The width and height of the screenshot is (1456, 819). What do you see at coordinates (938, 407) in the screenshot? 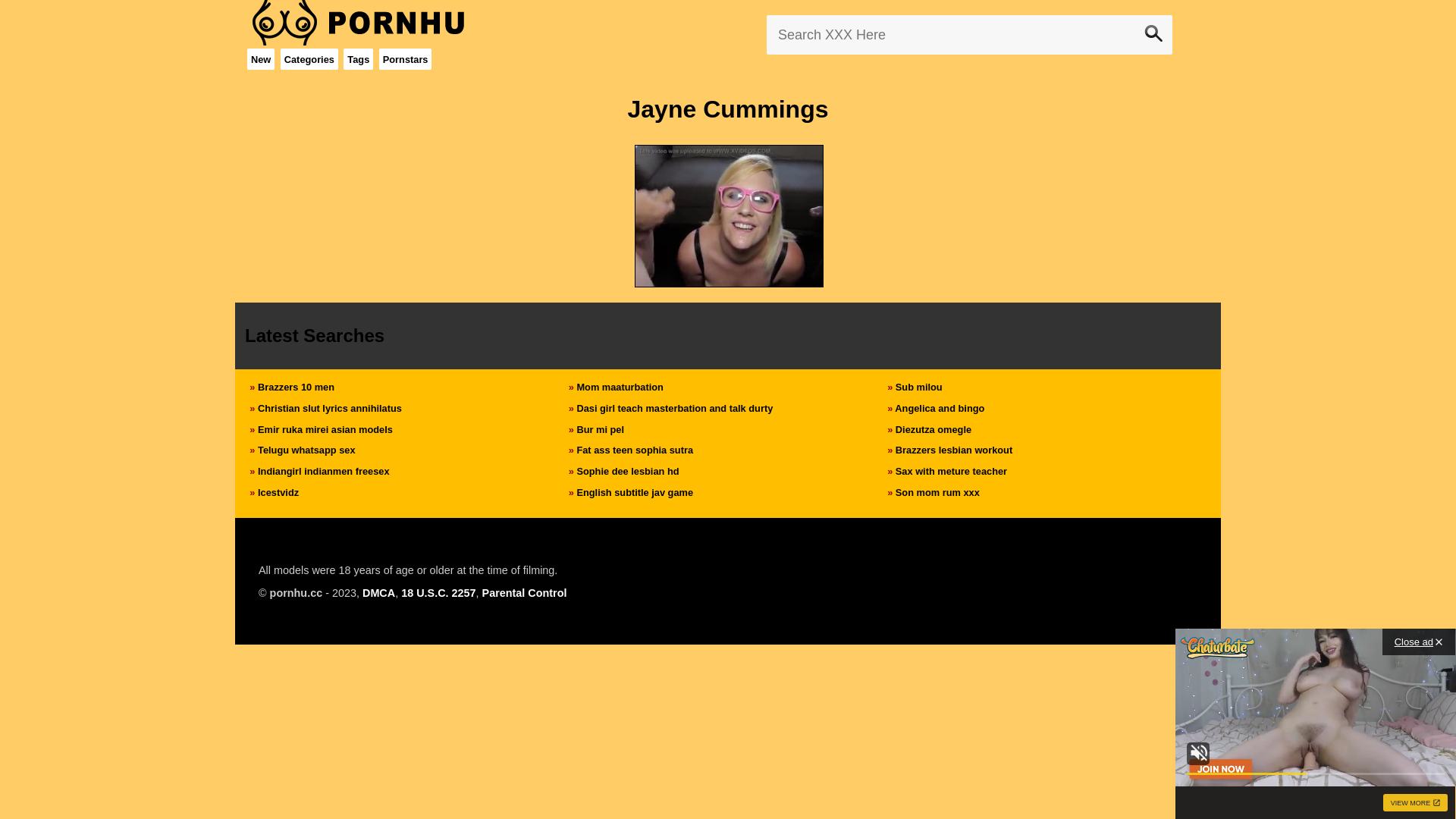
I see `'Angelica and bingo'` at bounding box center [938, 407].